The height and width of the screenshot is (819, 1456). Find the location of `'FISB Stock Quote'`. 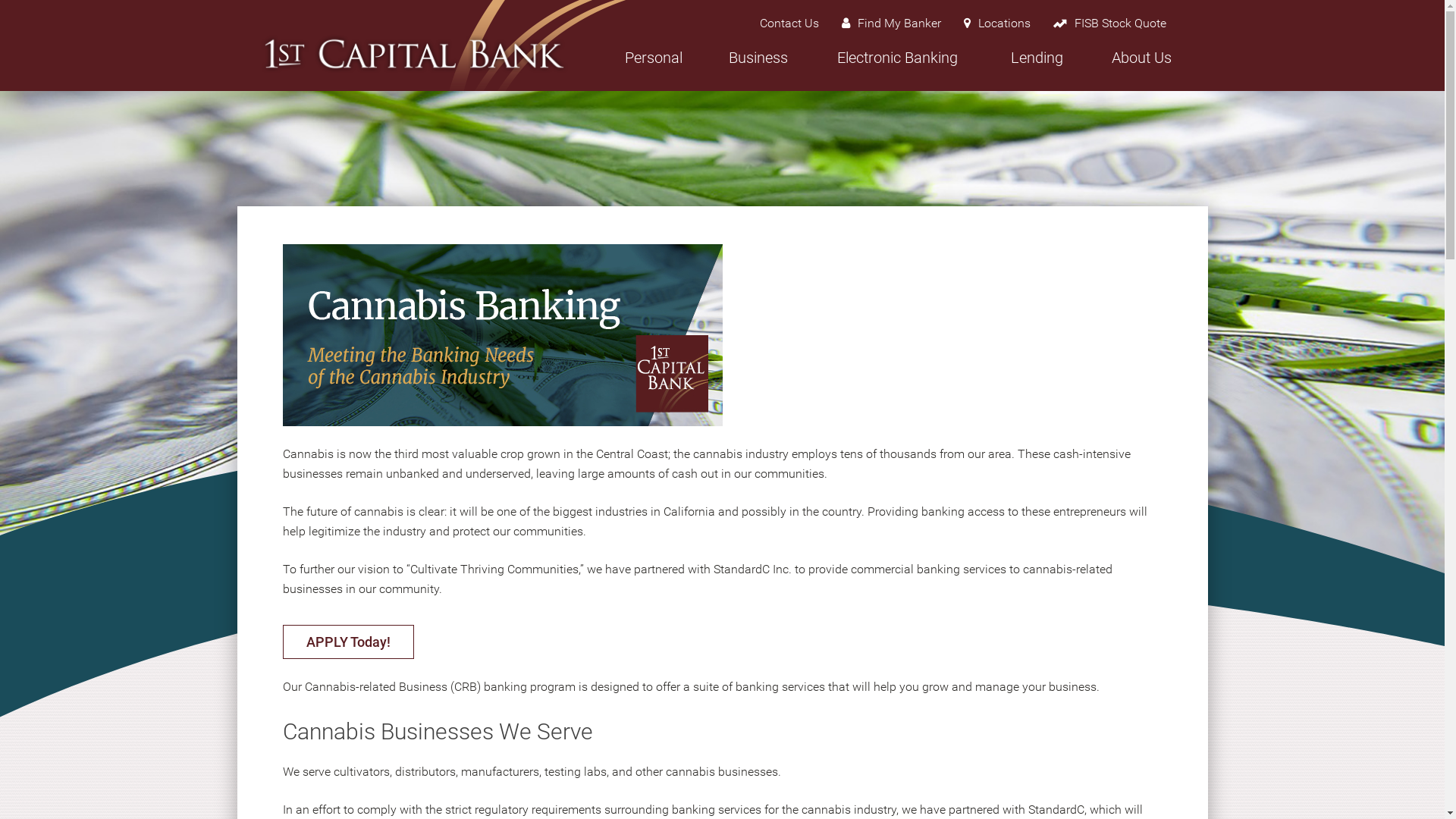

'FISB Stock Quote' is located at coordinates (1109, 23).